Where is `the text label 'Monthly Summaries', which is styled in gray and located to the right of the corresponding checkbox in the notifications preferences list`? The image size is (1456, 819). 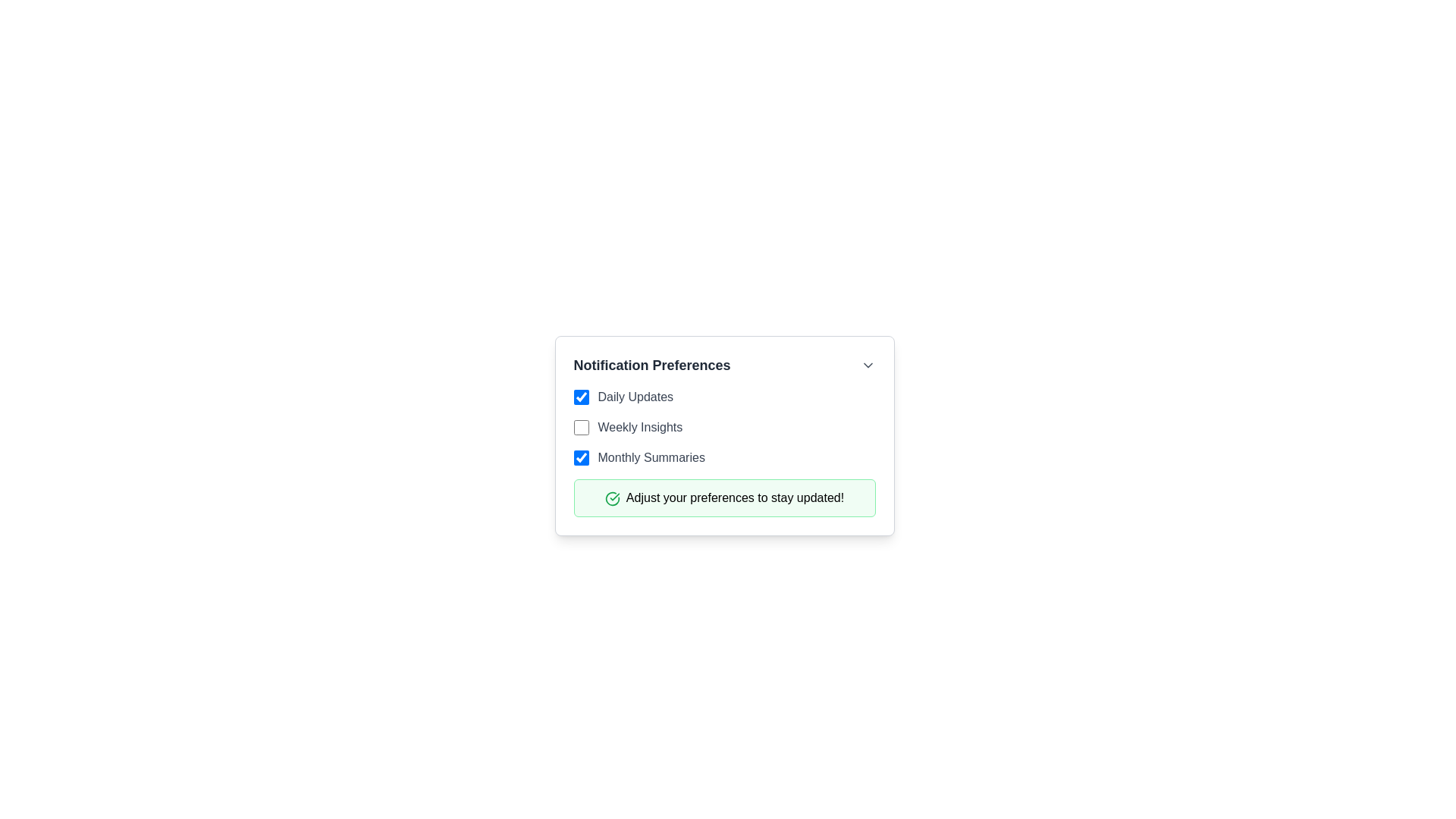
the text label 'Monthly Summaries', which is styled in gray and located to the right of the corresponding checkbox in the notifications preferences list is located at coordinates (651, 457).